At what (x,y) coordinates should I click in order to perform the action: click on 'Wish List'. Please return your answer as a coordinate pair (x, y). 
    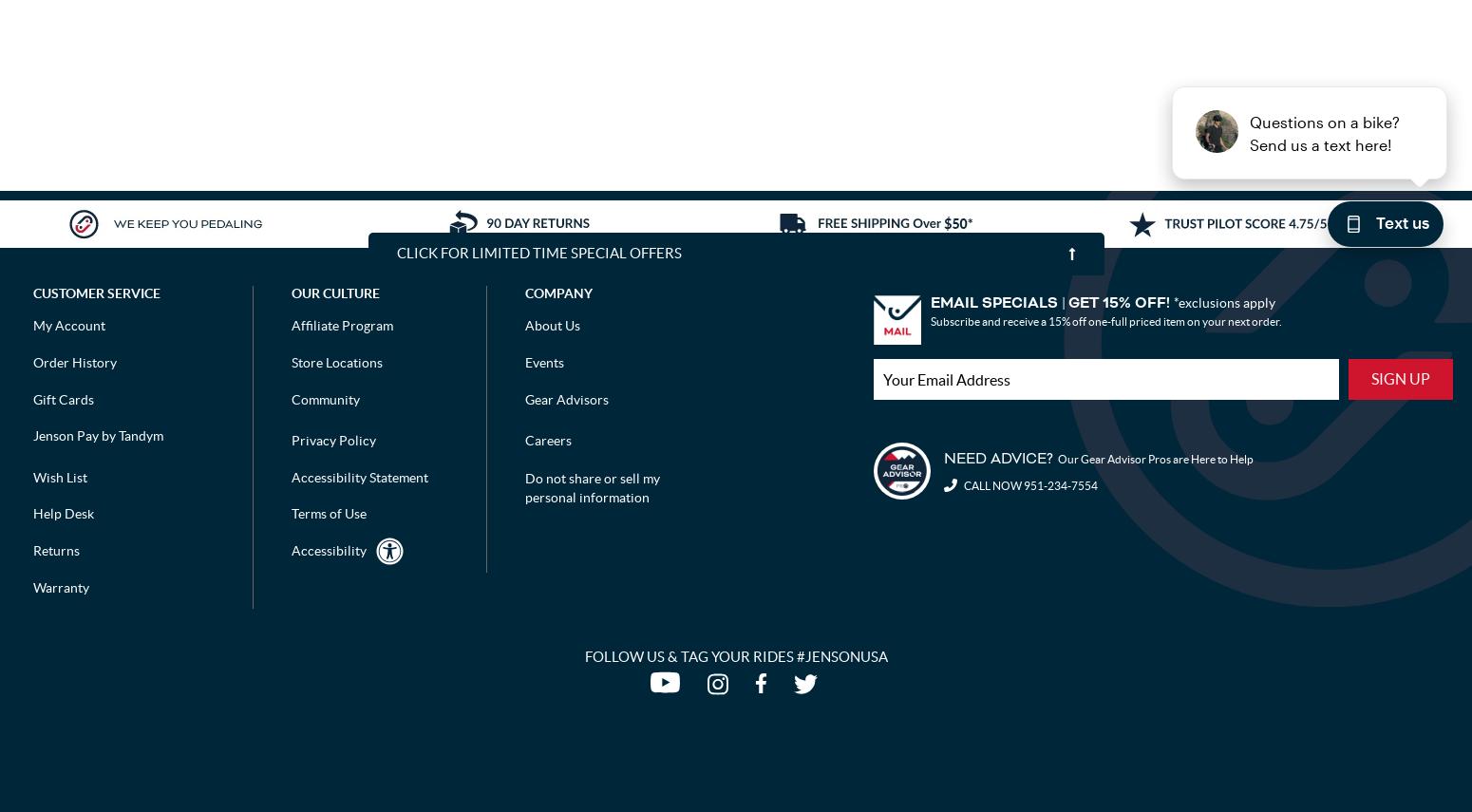
    Looking at the image, I should click on (59, 475).